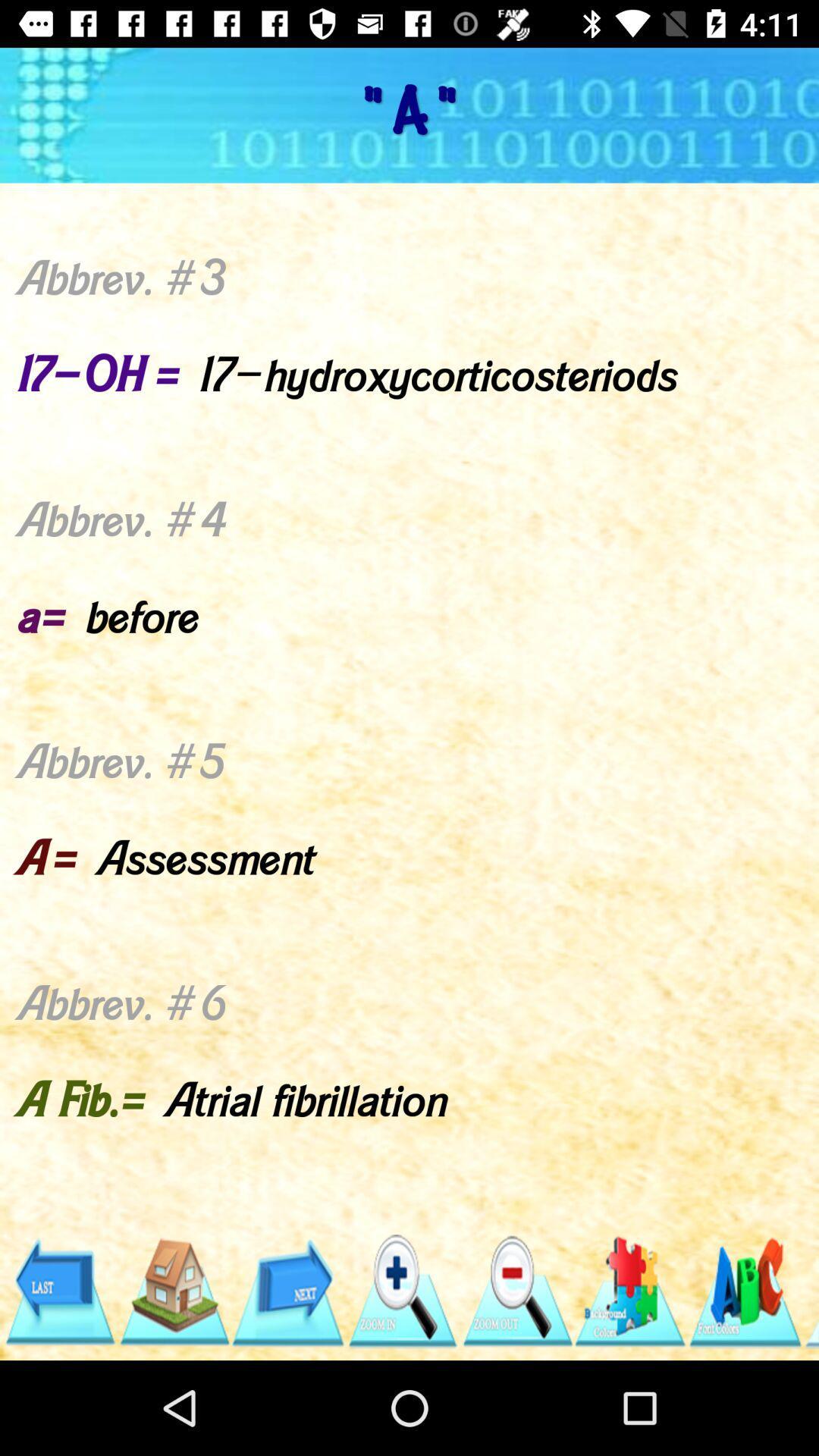  I want to click on previous, so click(58, 1291).